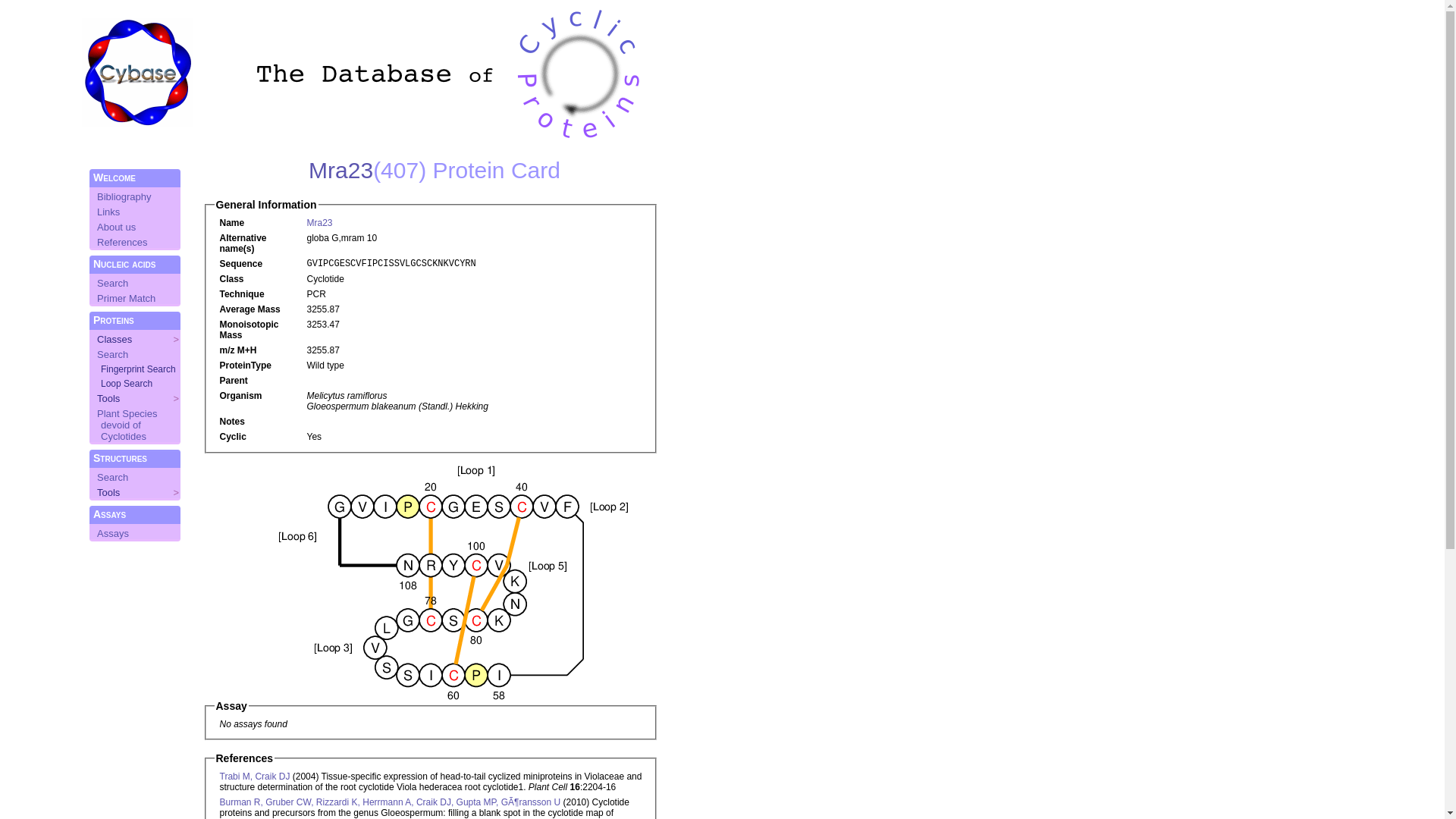 The height and width of the screenshot is (819, 1456). I want to click on 'Nucleic acids', so click(124, 262).